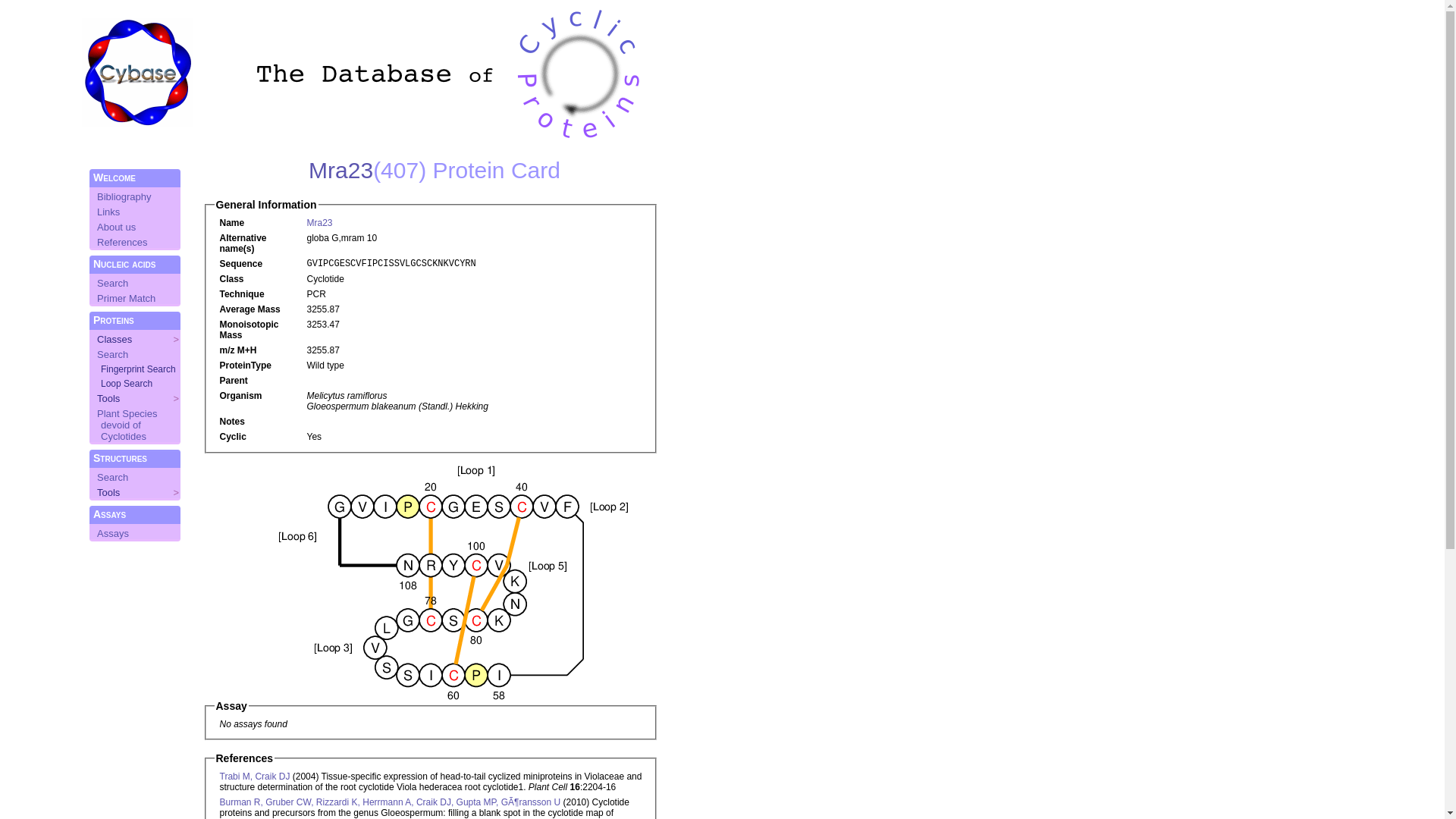 The height and width of the screenshot is (819, 1456). I want to click on 'Nucleic acids', so click(124, 262).